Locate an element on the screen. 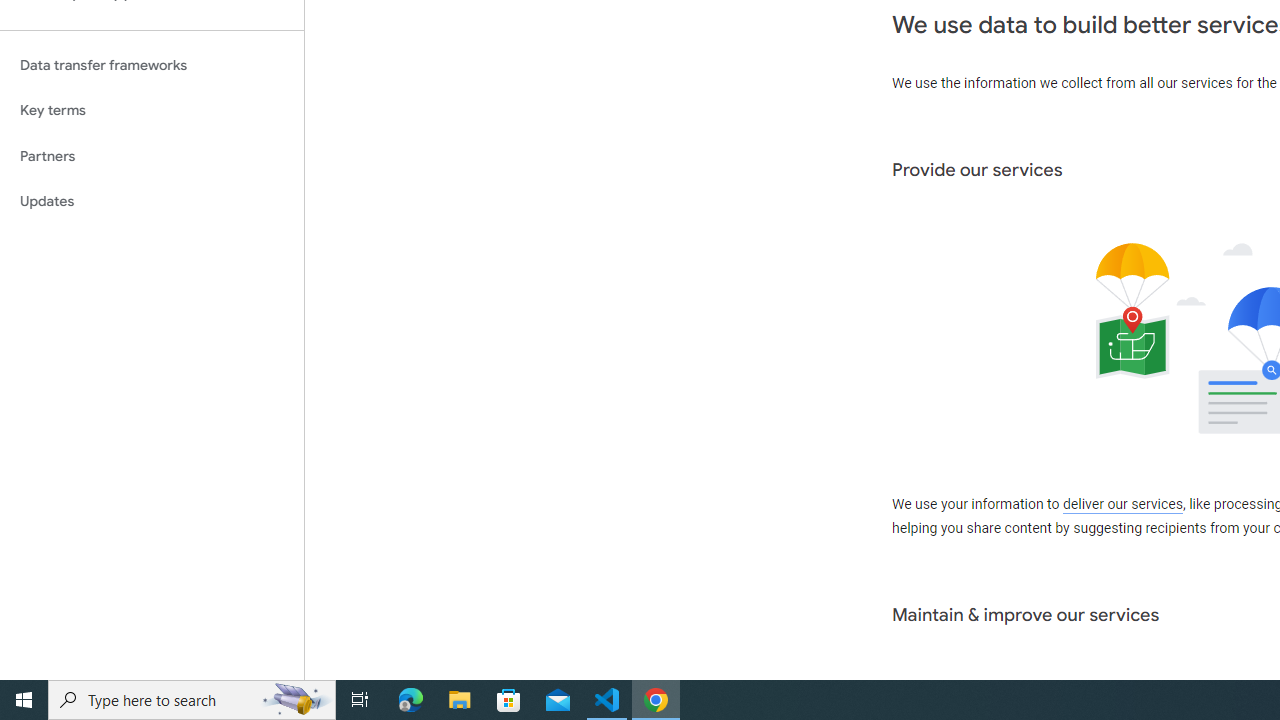 The height and width of the screenshot is (720, 1280). 'Partners' is located at coordinates (151, 155).